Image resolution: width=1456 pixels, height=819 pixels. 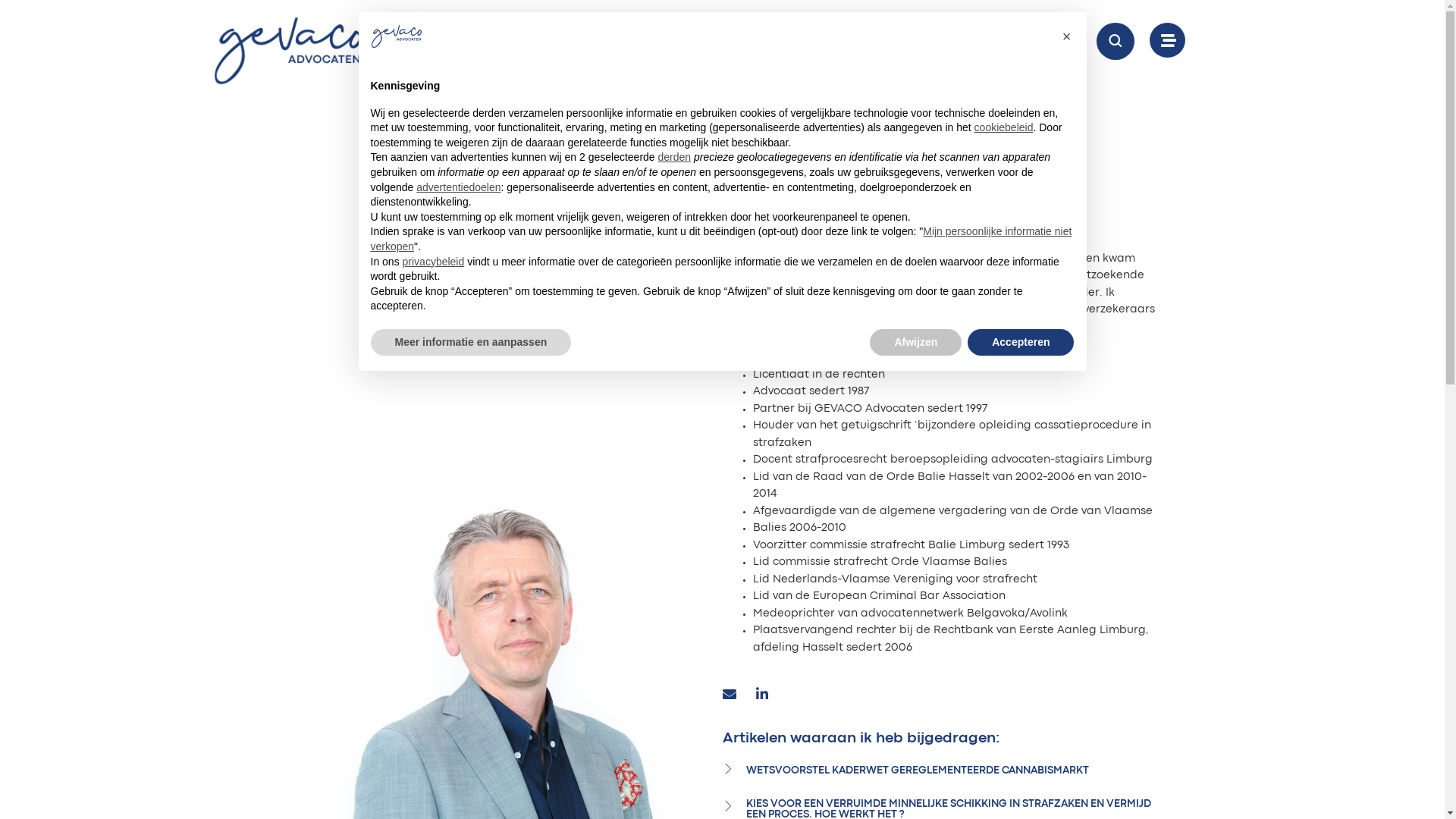 I want to click on 'derden', so click(x=673, y=157).